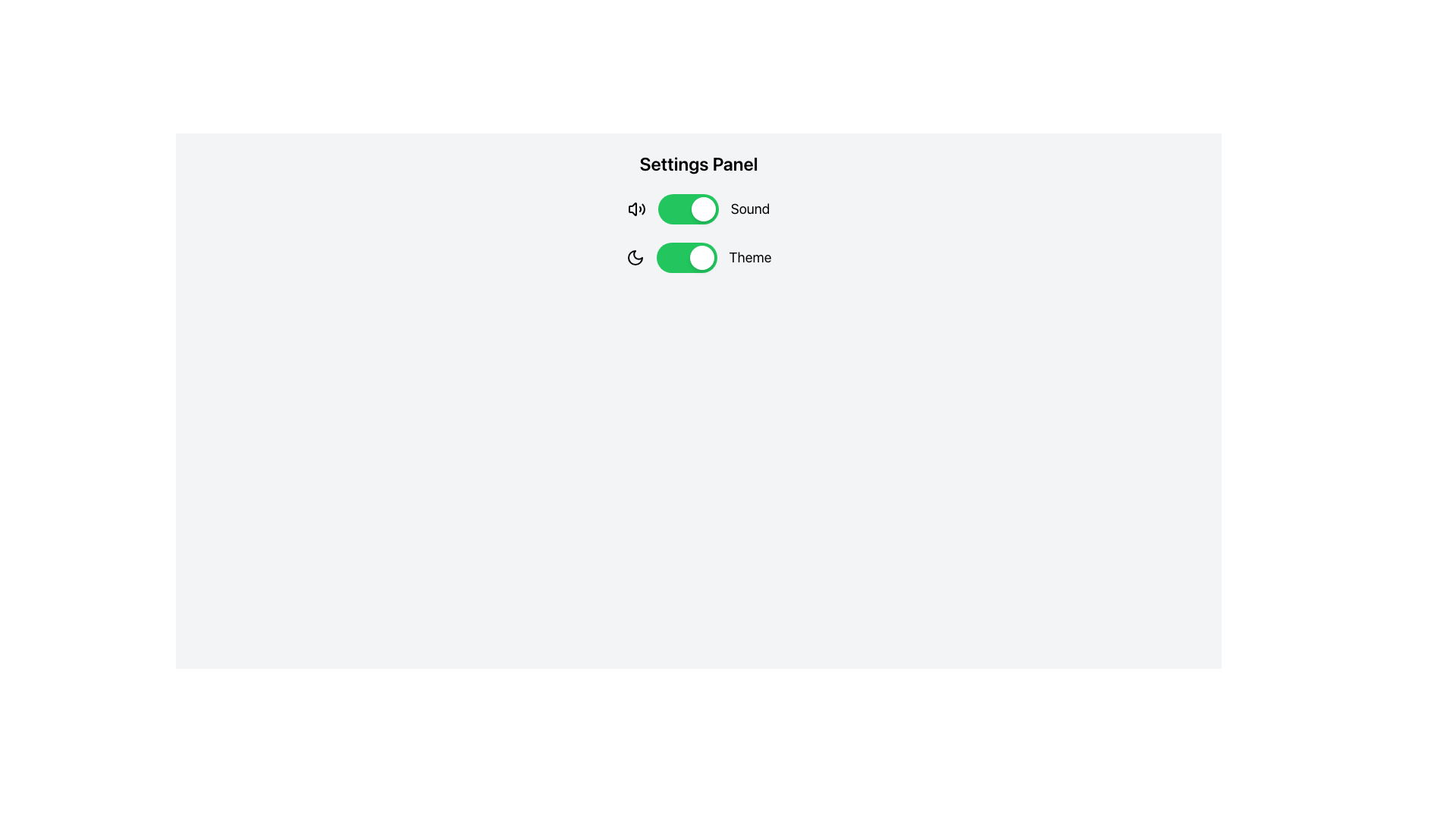 Image resolution: width=1456 pixels, height=819 pixels. I want to click on the first toggle switch in the settings interface, so click(713, 209).